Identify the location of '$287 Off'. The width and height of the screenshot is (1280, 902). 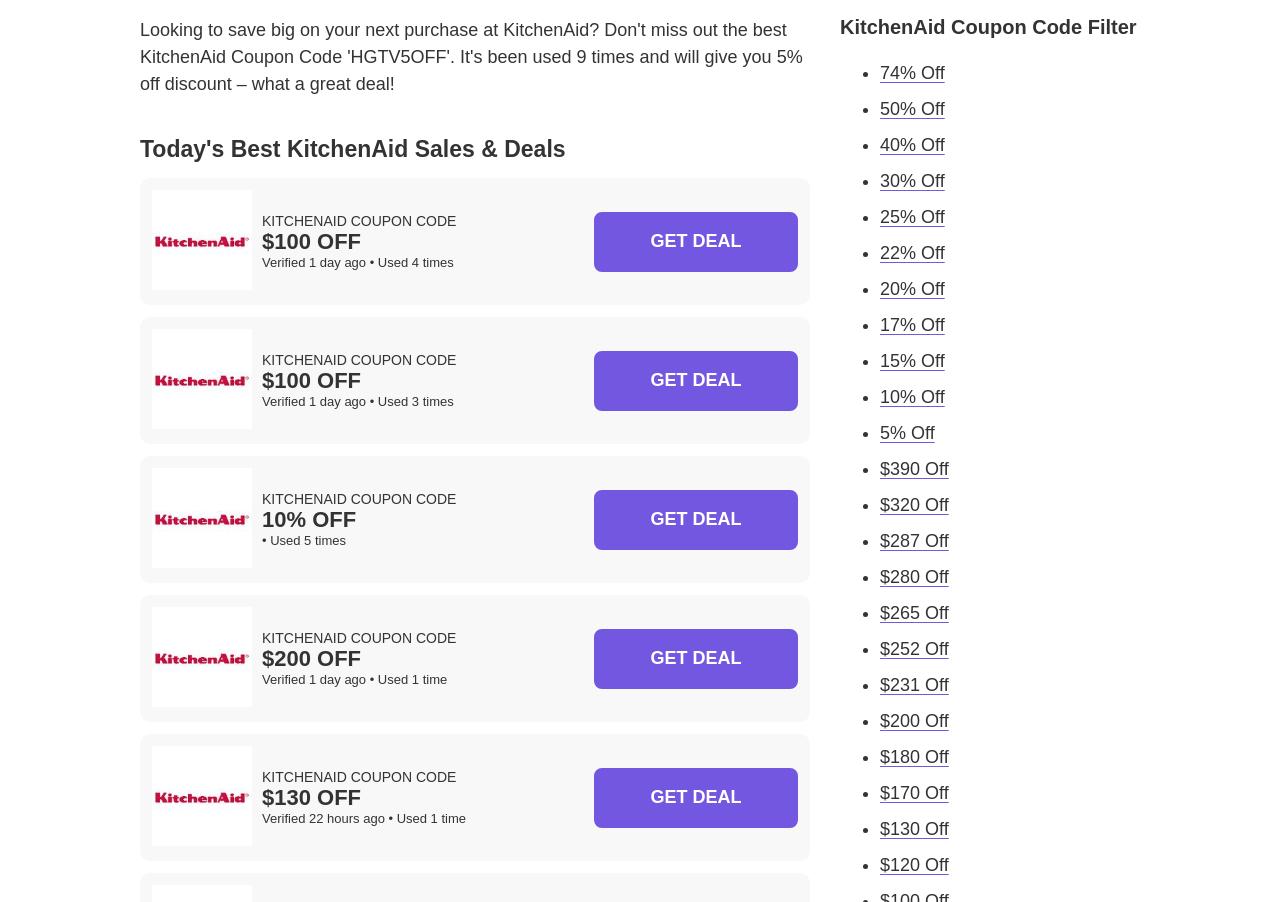
(880, 540).